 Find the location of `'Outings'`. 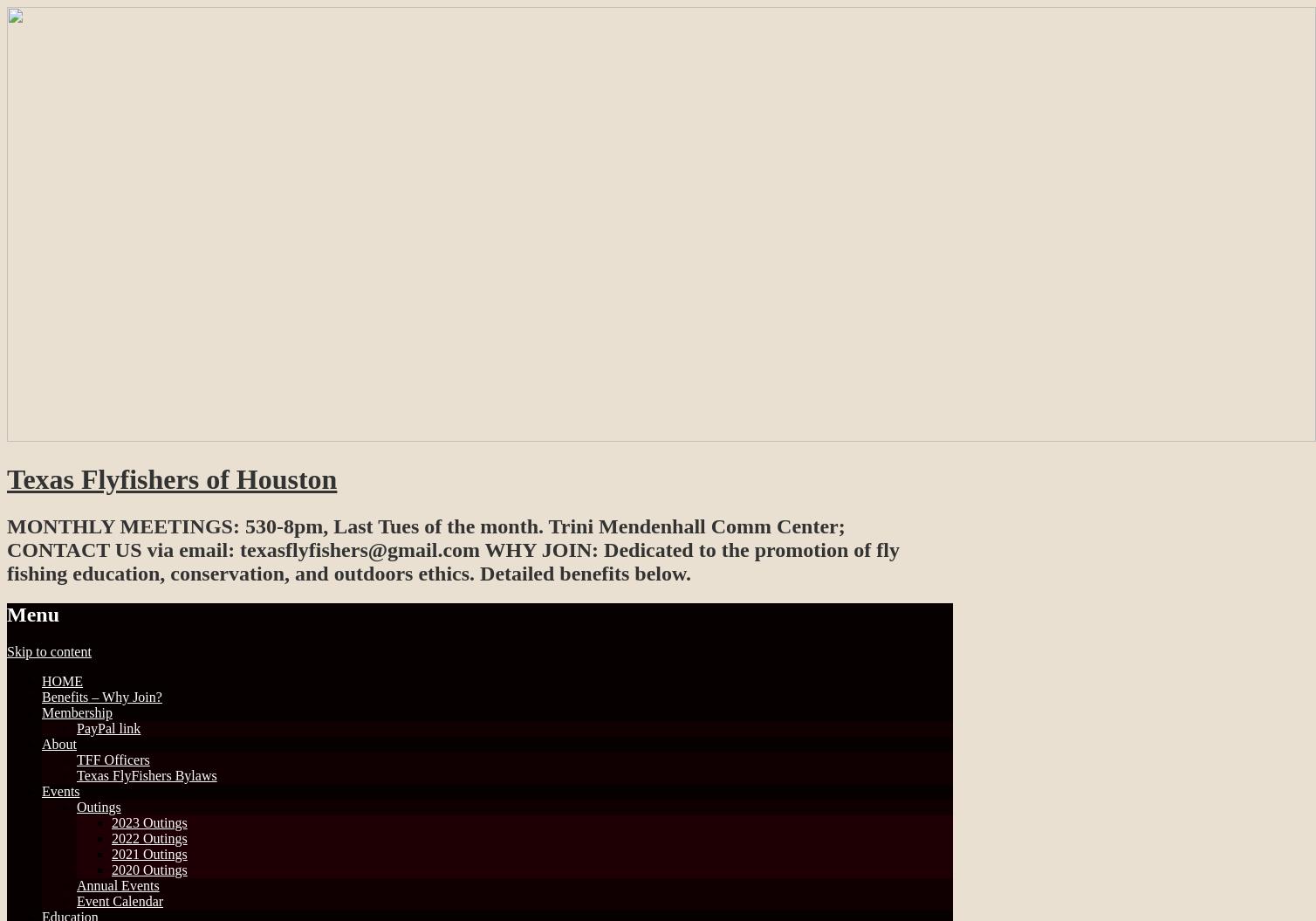

'Outings' is located at coordinates (77, 805).